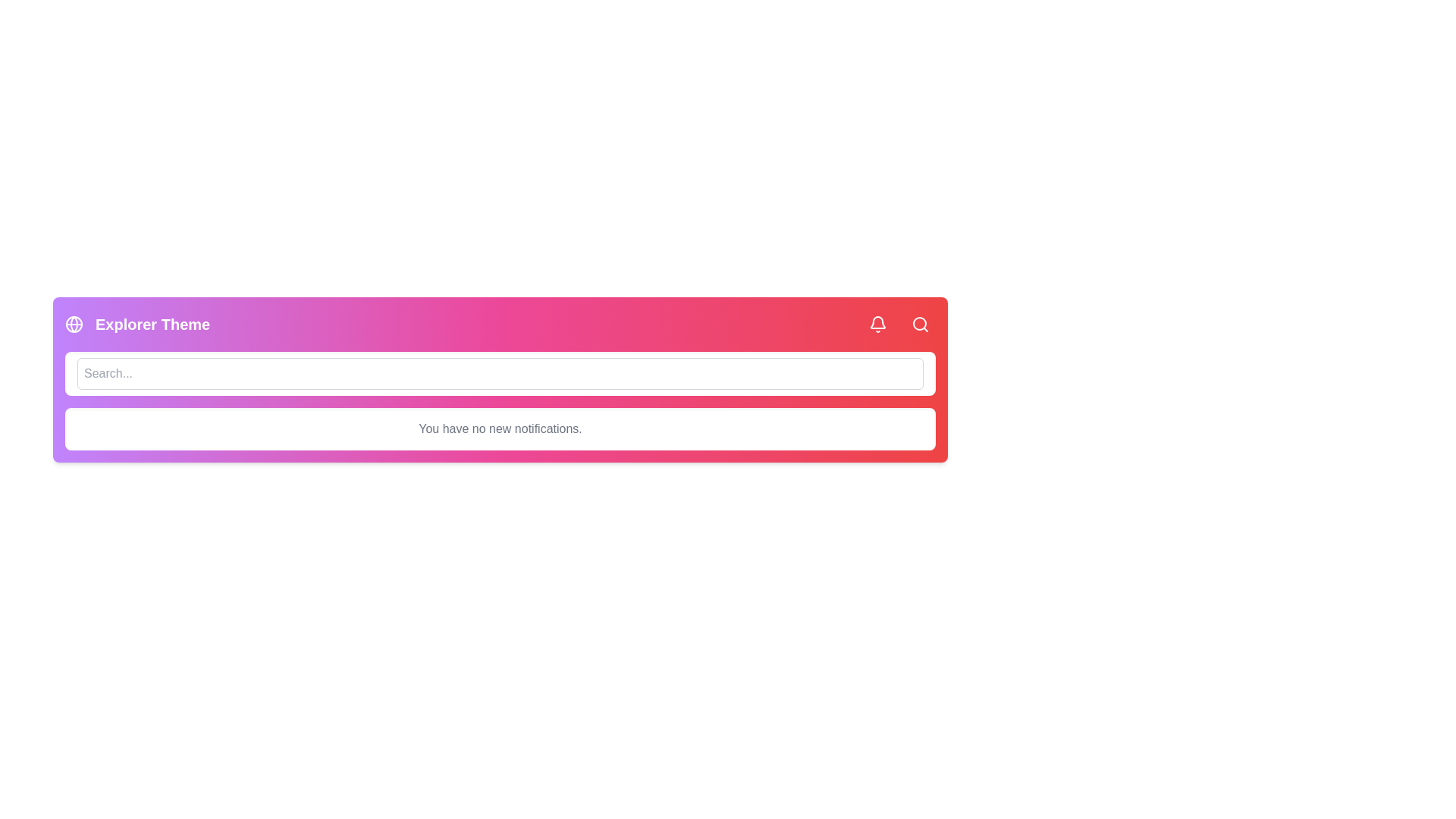  Describe the element at coordinates (920, 324) in the screenshot. I see `the circular search button with a magnifying glass icon located in the top-right corner of the interface to initiate a search` at that location.